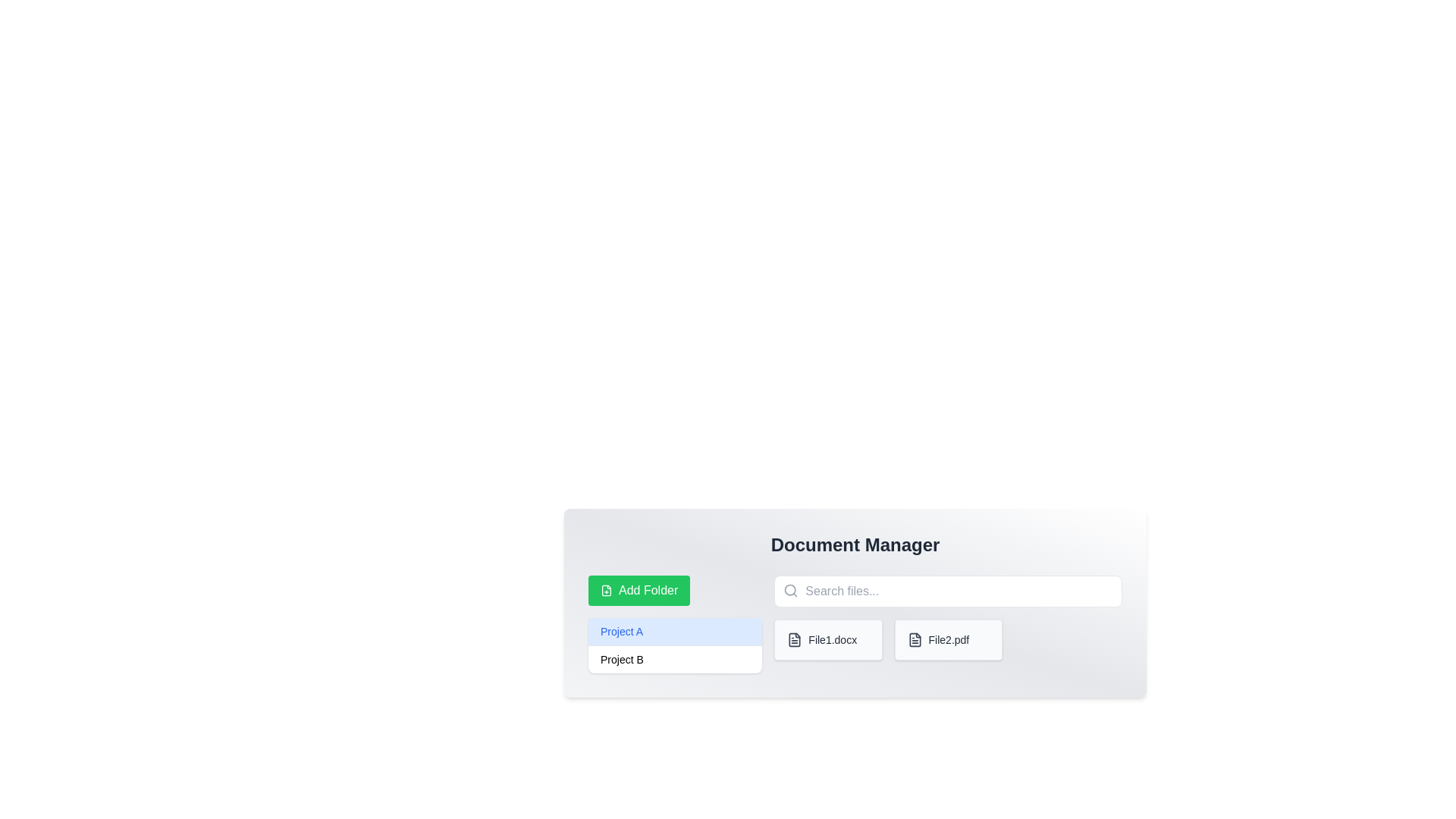 The width and height of the screenshot is (1456, 819). Describe the element at coordinates (832, 640) in the screenshot. I see `text 'File1.docx' from the label that is styled in a small font size with medium weight and gray color, positioned in the middle section of the document manager interface, specifically on the first file card from the left` at that location.